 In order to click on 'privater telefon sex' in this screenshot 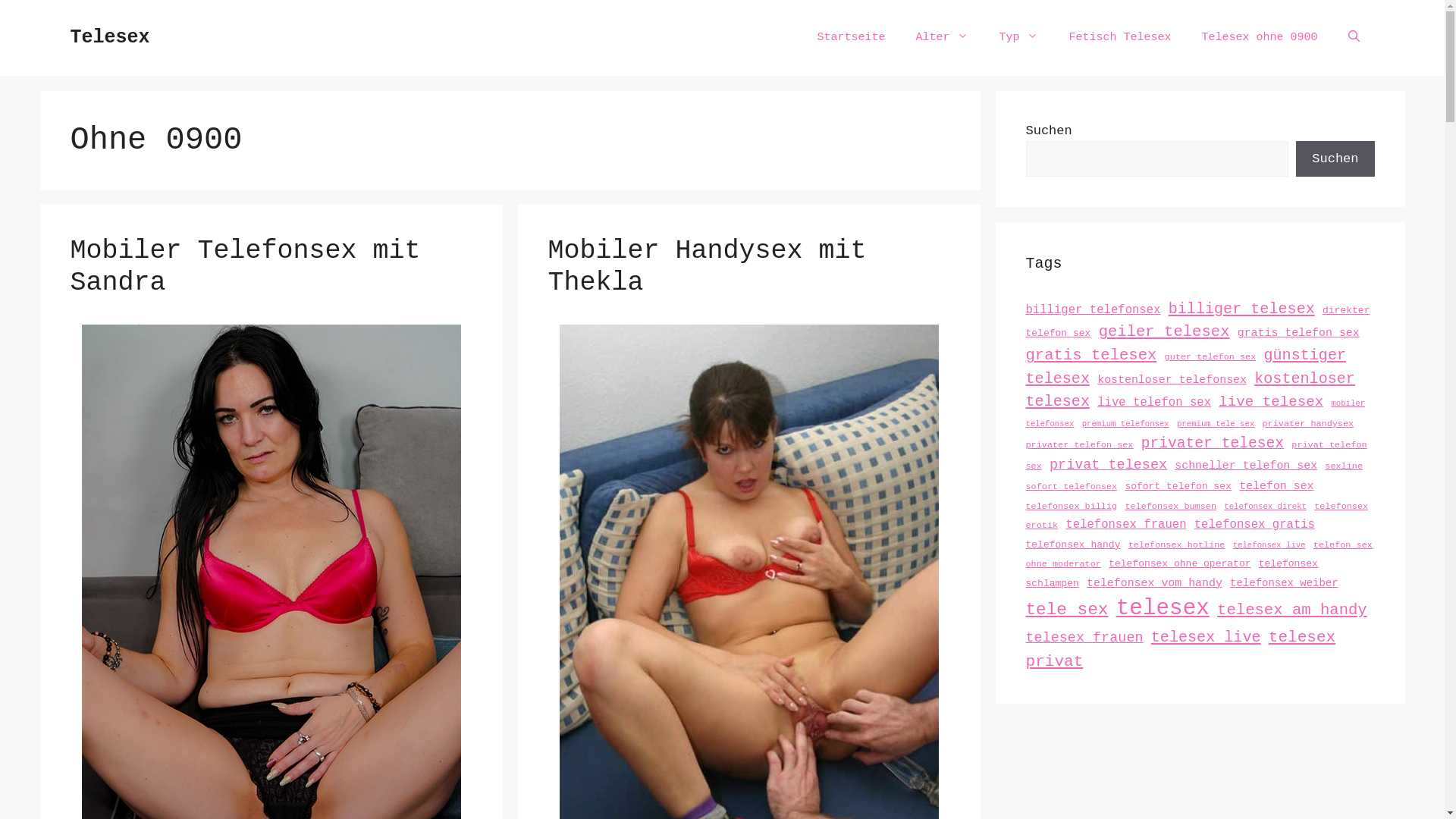, I will do `click(1078, 444)`.